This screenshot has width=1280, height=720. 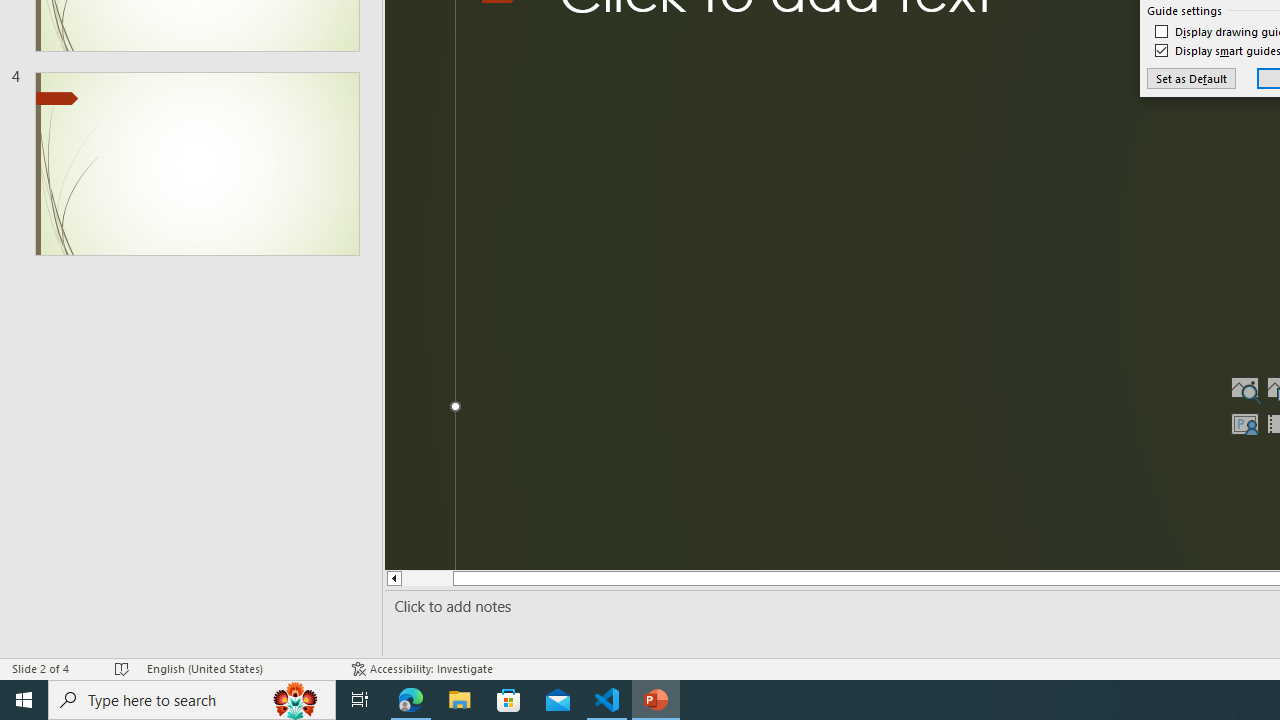 I want to click on 'Insert Cameo', so click(x=1243, y=423).